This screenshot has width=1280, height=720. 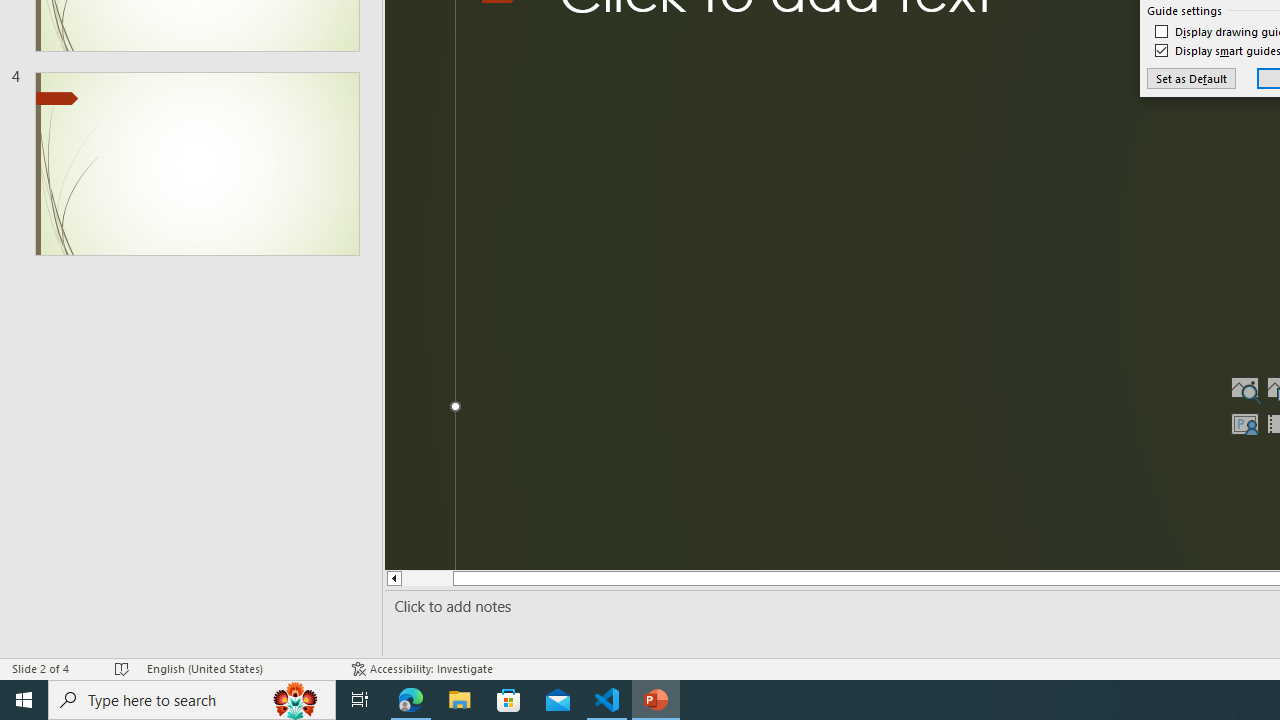 I want to click on 'Insert Cameo', so click(x=1243, y=423).